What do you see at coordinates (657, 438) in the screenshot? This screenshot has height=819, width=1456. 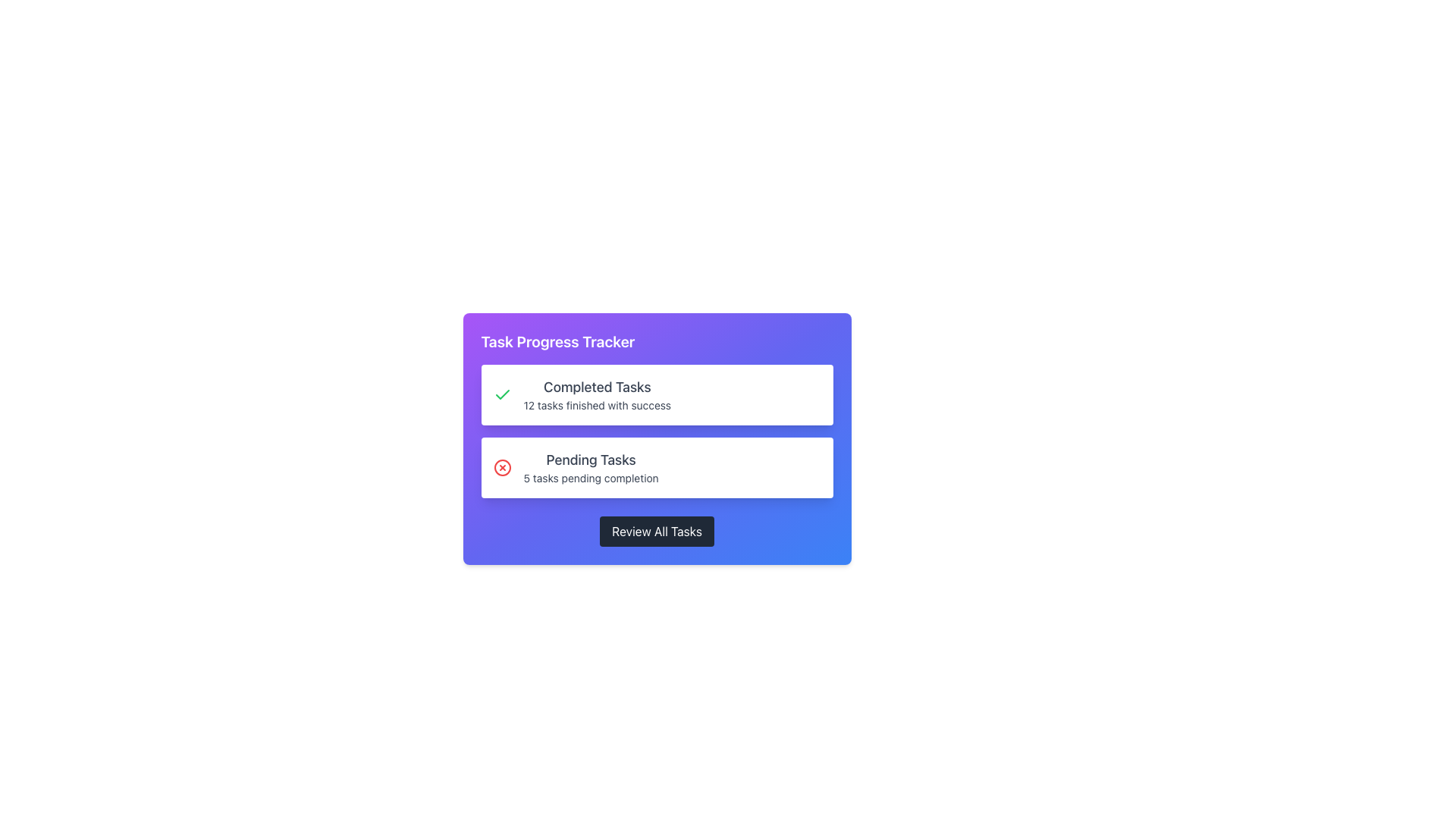 I see `the second informational block or card containing task information, which is framed within a white, rounded rectangle and features a gradient background transitioning from purple to blue` at bounding box center [657, 438].